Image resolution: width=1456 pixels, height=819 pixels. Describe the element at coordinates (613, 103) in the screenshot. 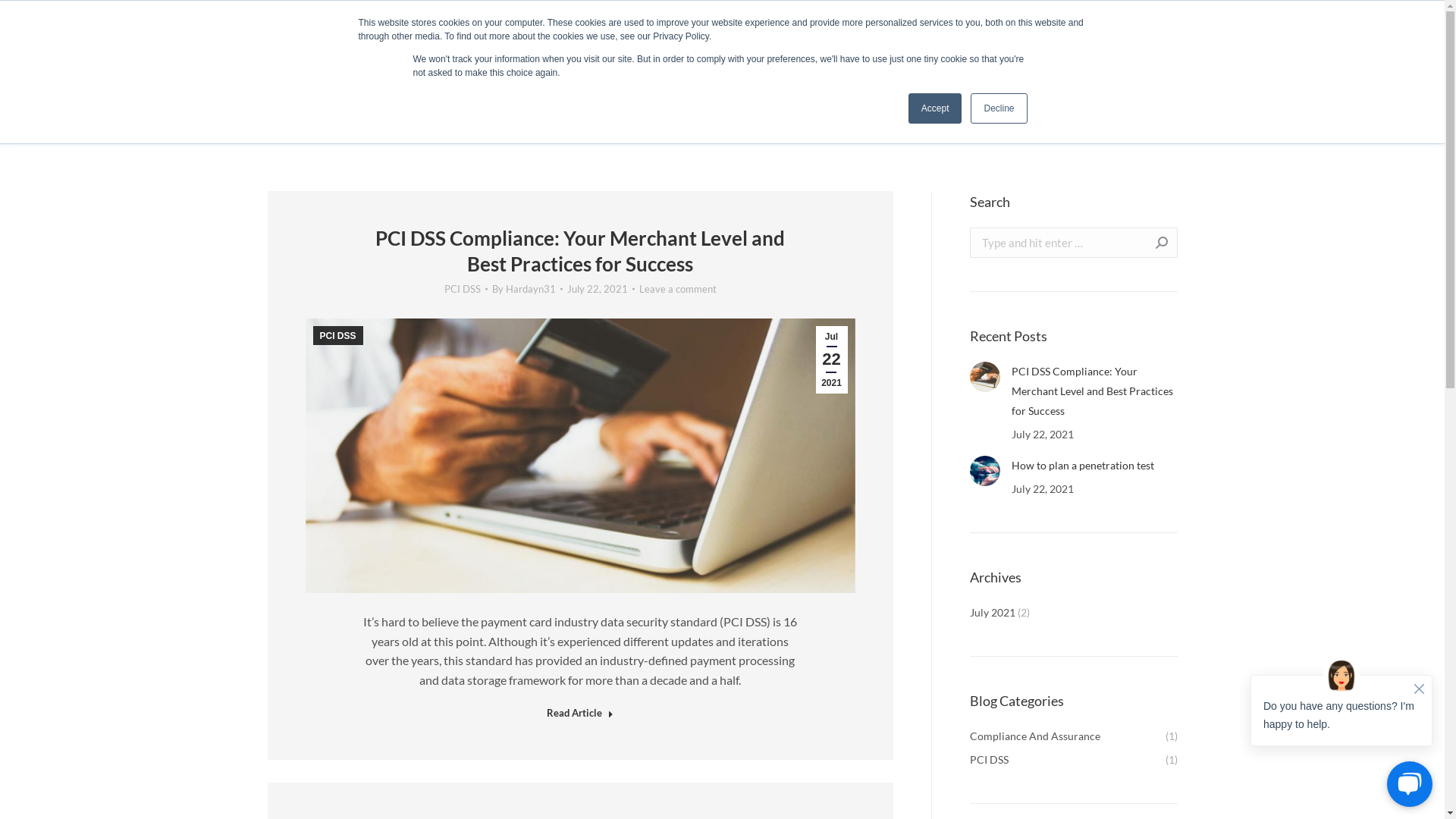

I see `'Security & Compliance` at that location.